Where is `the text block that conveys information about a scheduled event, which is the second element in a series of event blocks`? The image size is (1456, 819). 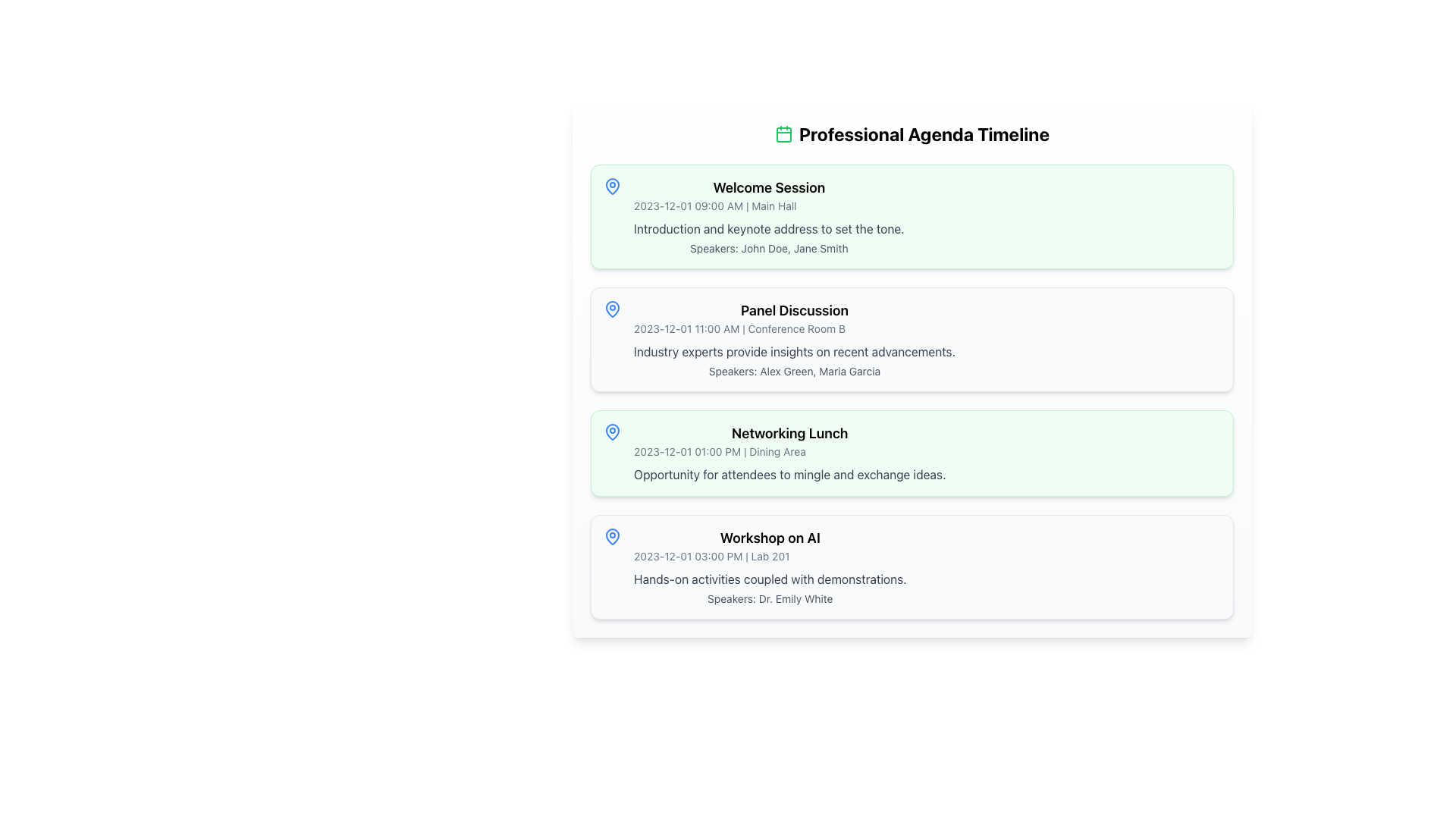 the text block that conveys information about a scheduled event, which is the second element in a series of event blocks is located at coordinates (793, 338).